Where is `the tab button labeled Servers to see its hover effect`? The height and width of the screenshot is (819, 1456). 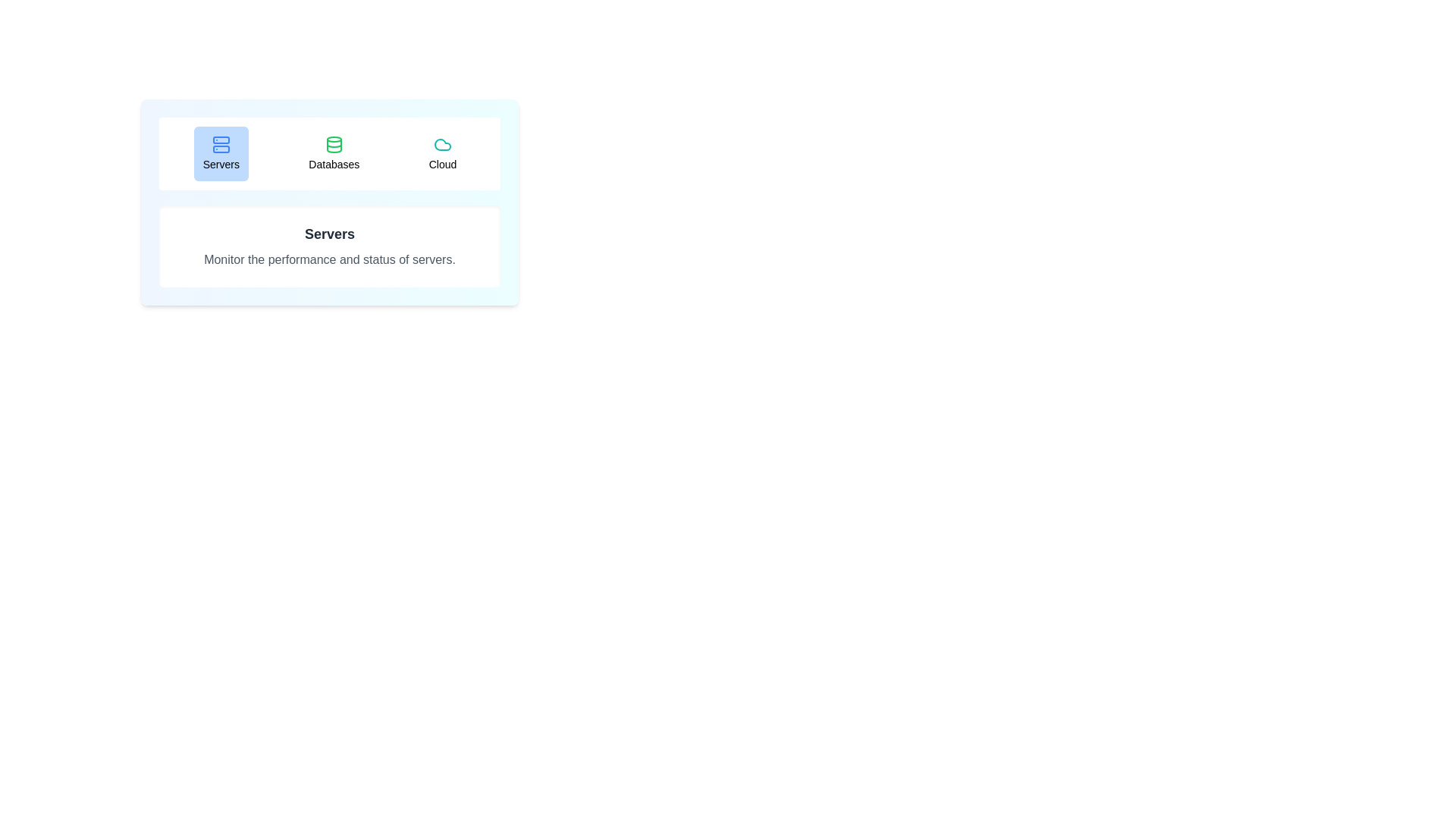 the tab button labeled Servers to see its hover effect is located at coordinates (220, 154).